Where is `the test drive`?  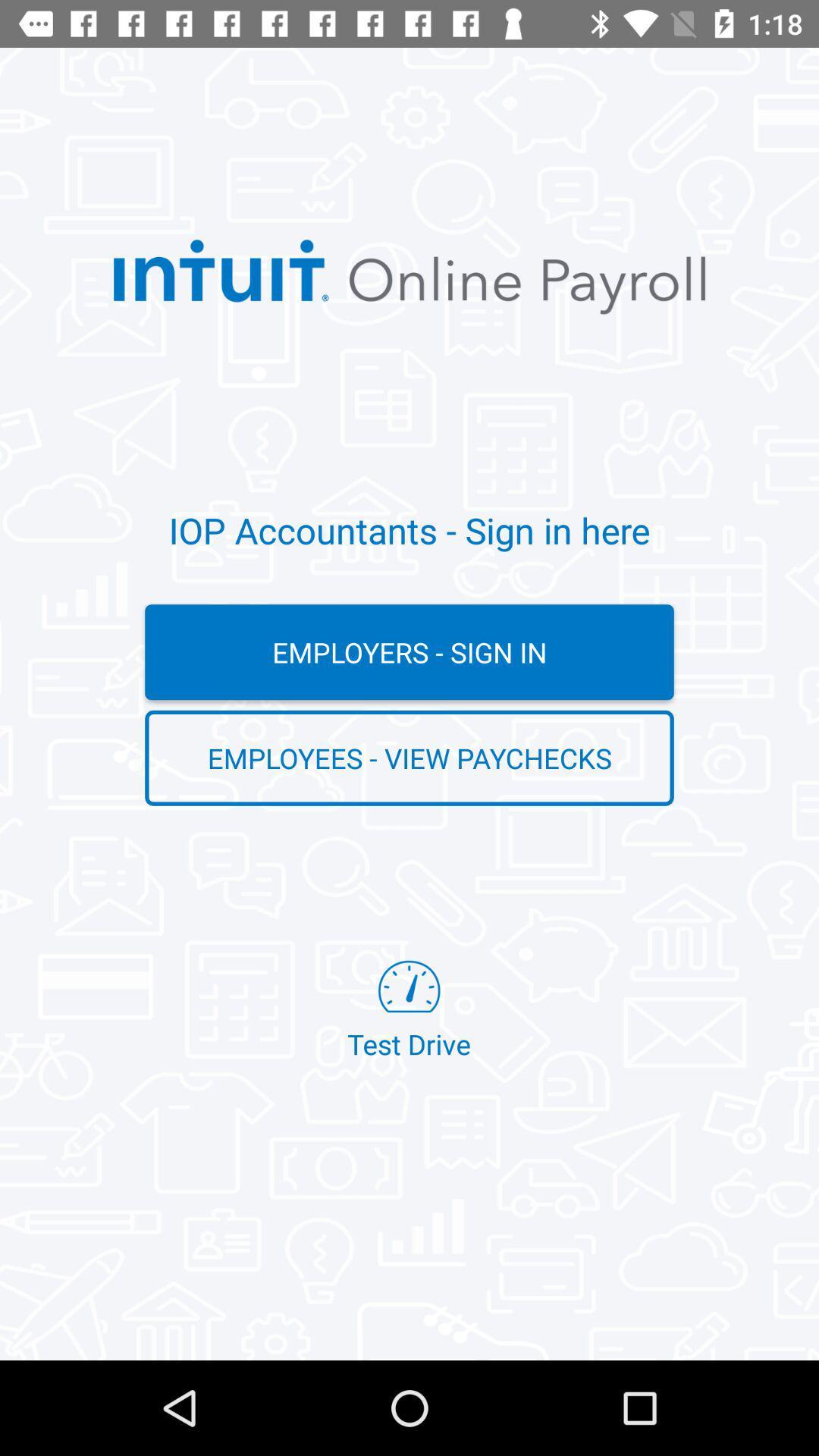 the test drive is located at coordinates (408, 1011).